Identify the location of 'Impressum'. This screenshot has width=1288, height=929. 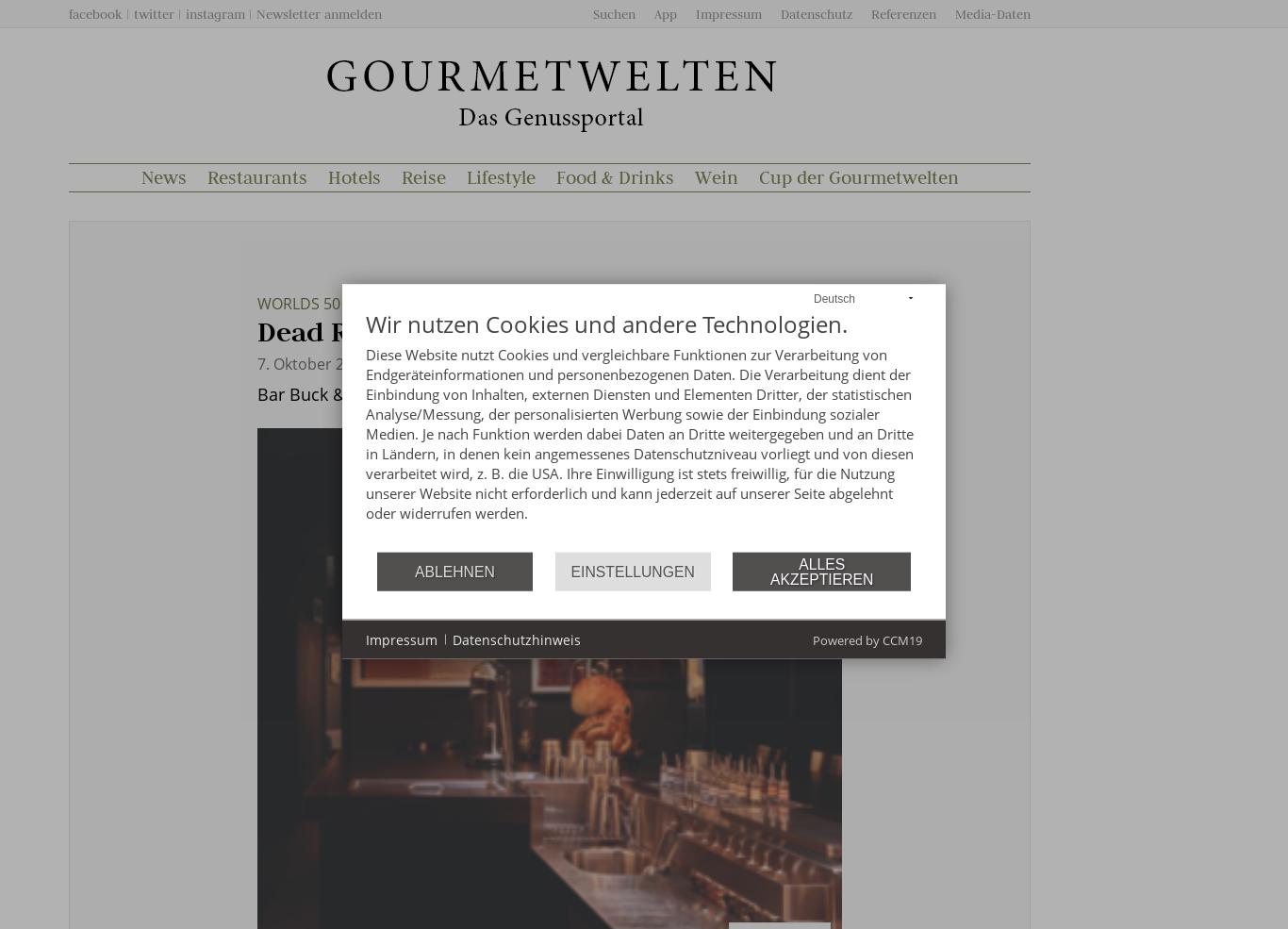
(729, 13).